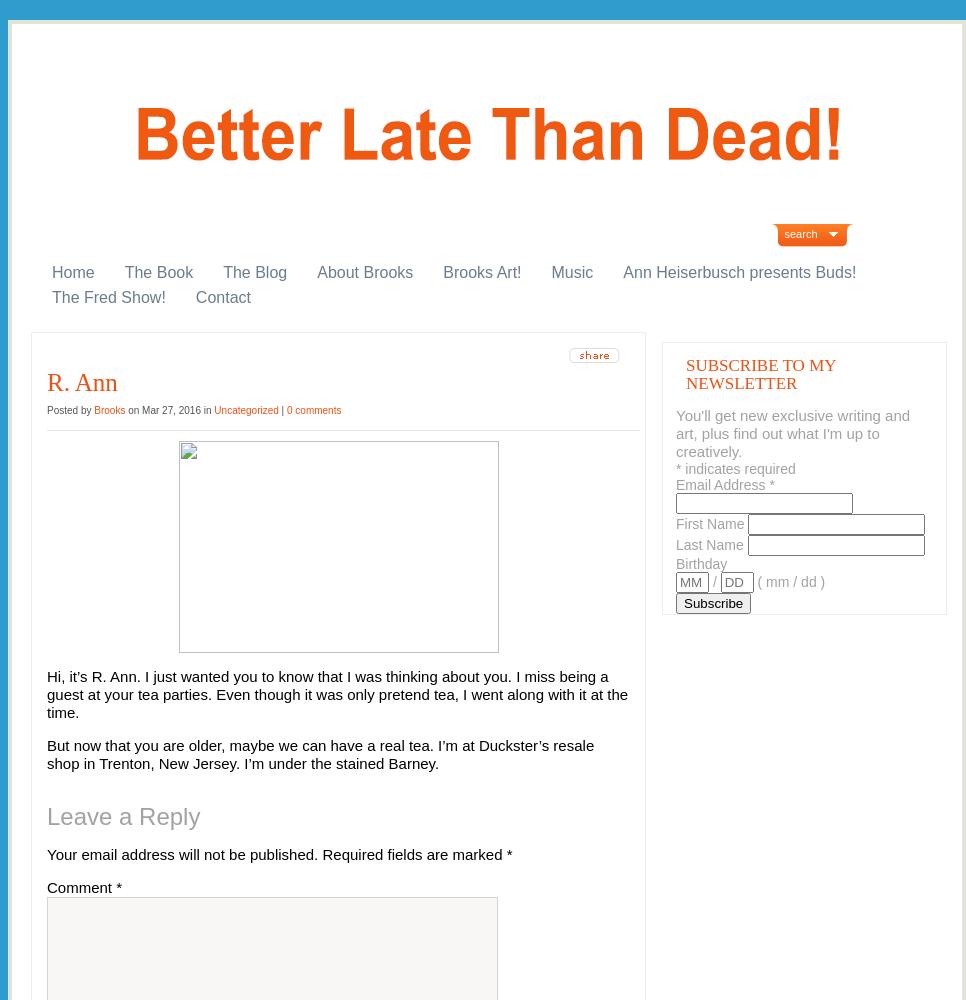  I want to click on 'R. Ann', so click(81, 382).